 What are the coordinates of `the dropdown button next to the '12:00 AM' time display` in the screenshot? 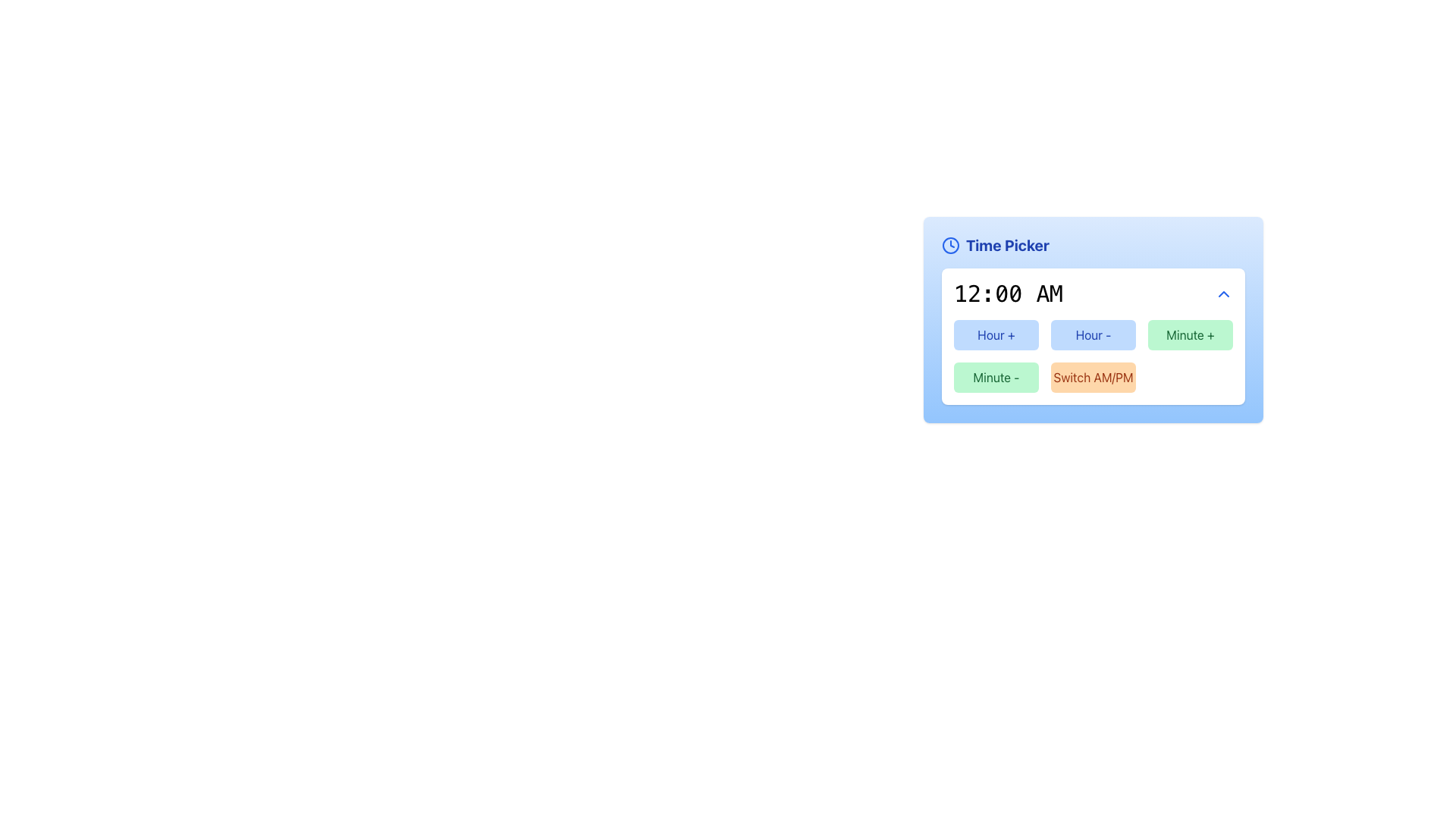 It's located at (1093, 294).